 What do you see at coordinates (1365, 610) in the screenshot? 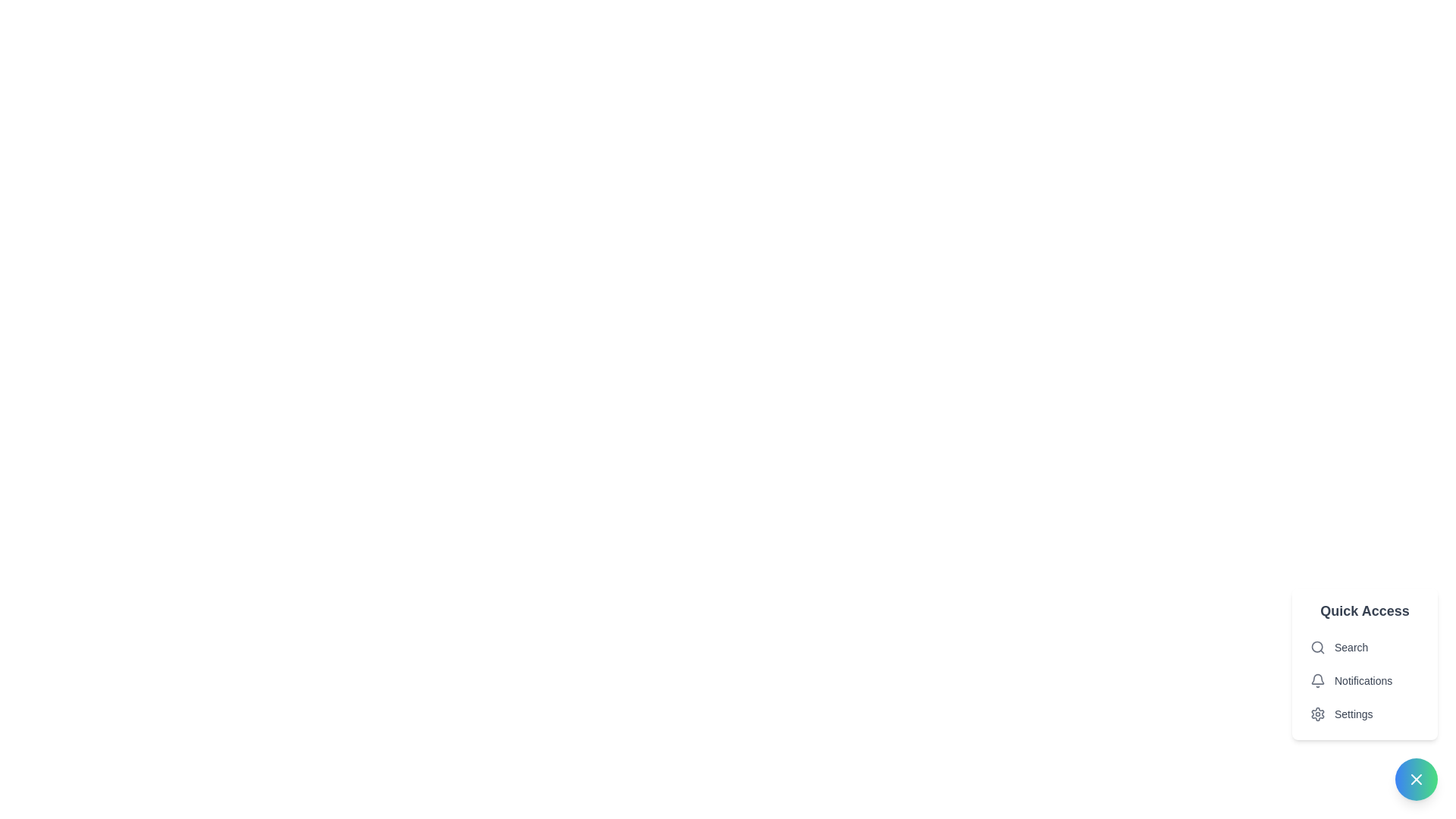
I see `the Text label that serves as the title or heading for the menu panel, located at the upper section of the vertically aligned menu panel on the bottom-right corner of the interface` at bounding box center [1365, 610].